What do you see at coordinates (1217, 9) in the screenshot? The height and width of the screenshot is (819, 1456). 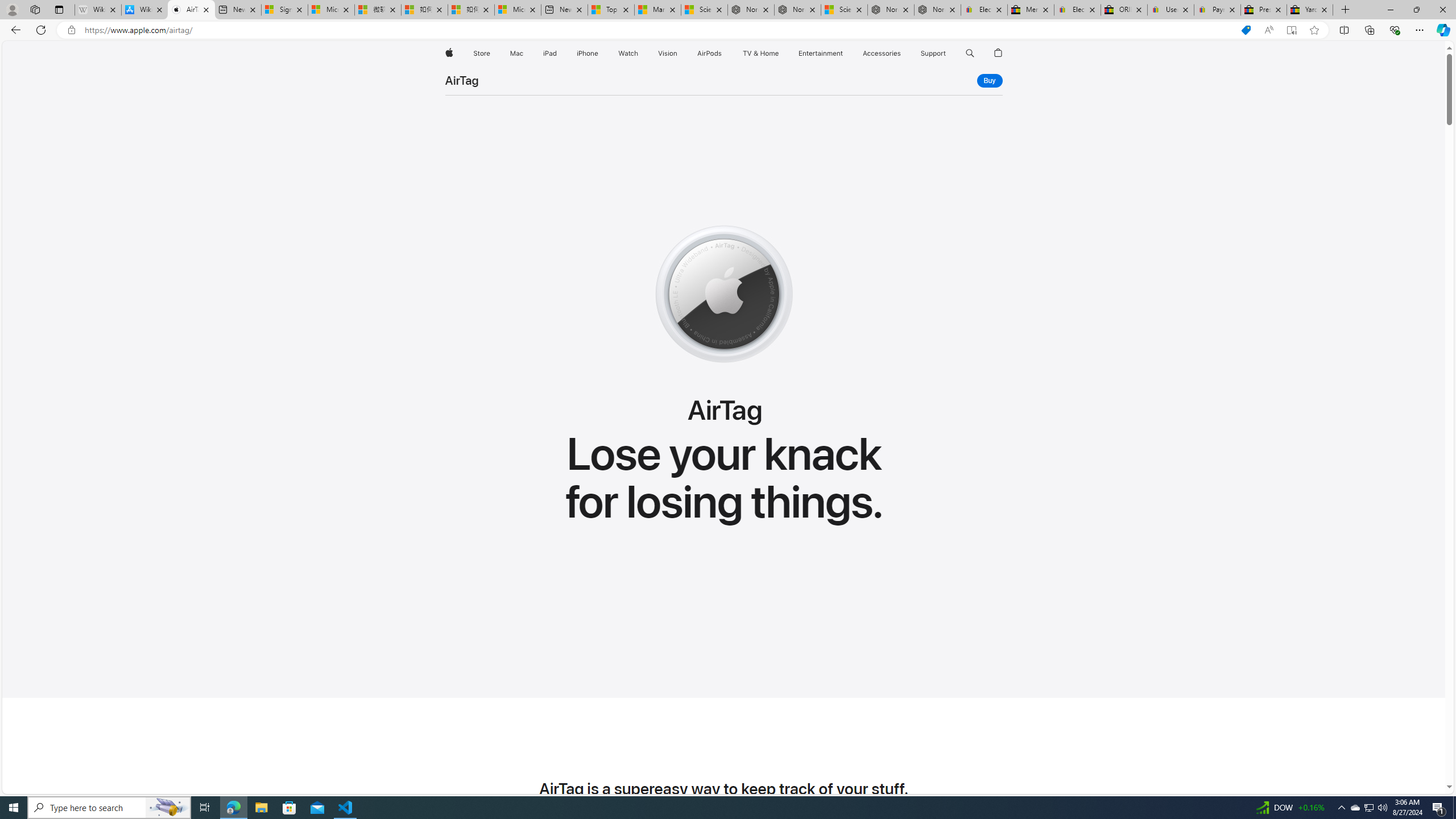 I see `'Payments Terms of Use | eBay.com'` at bounding box center [1217, 9].